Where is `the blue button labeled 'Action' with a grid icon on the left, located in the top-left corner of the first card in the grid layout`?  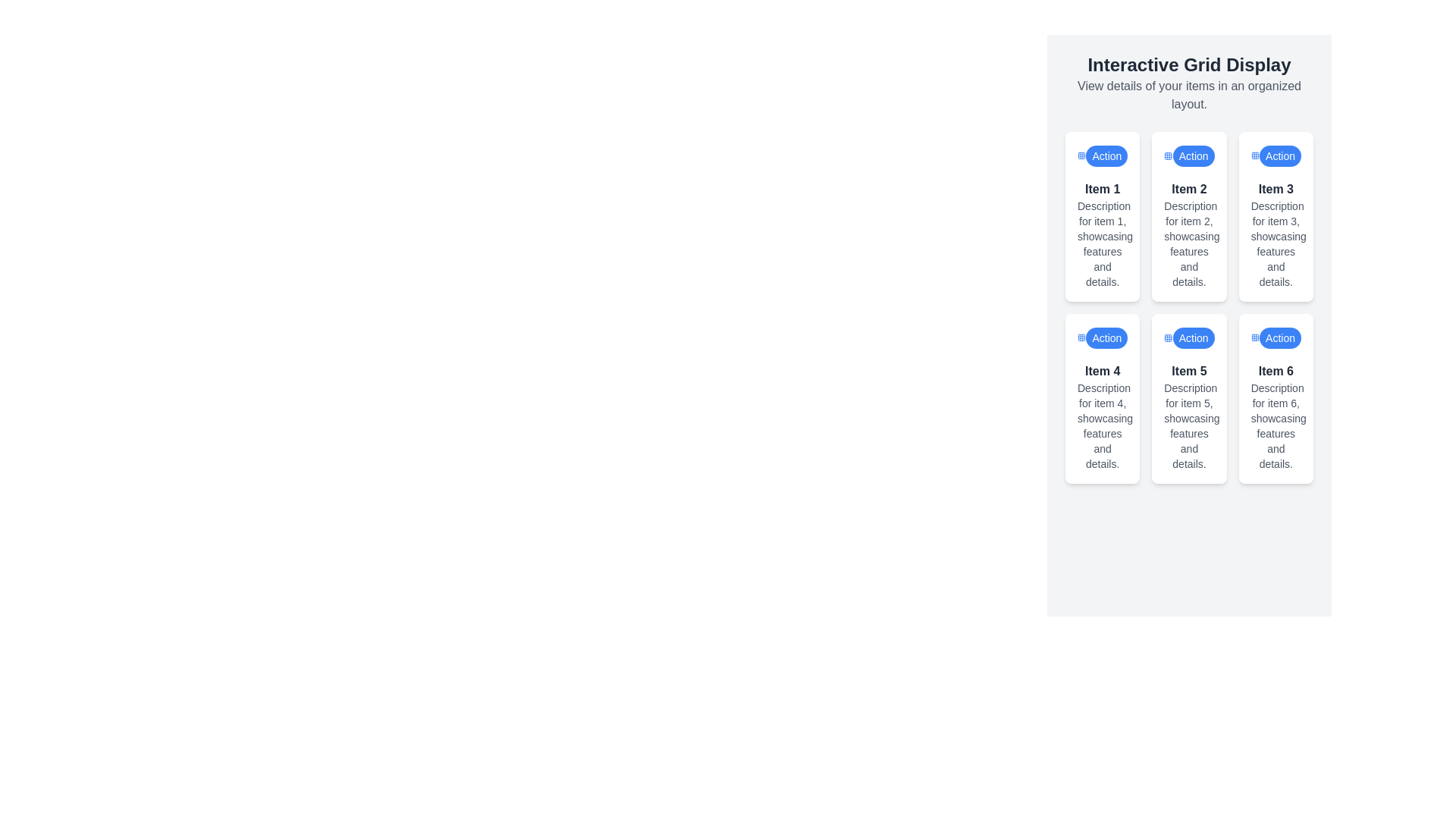 the blue button labeled 'Action' with a grid icon on the left, located in the top-left corner of the first card in the grid layout is located at coordinates (1103, 155).